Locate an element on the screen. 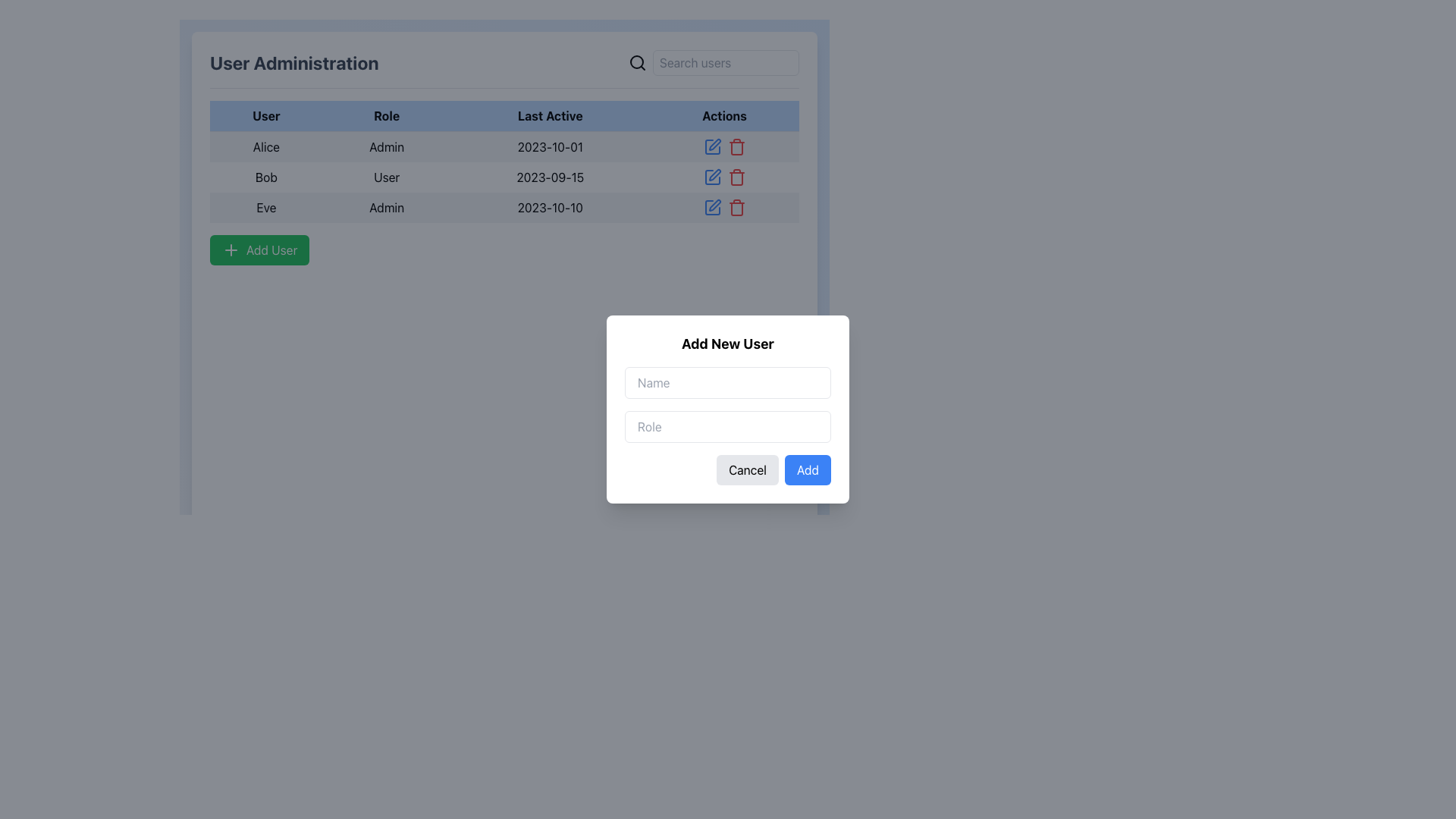  the text label 'User' located in the second cell of the 'Role' column in the table, positioned between 'Bob' and '2023-09-15' is located at coordinates (387, 177).